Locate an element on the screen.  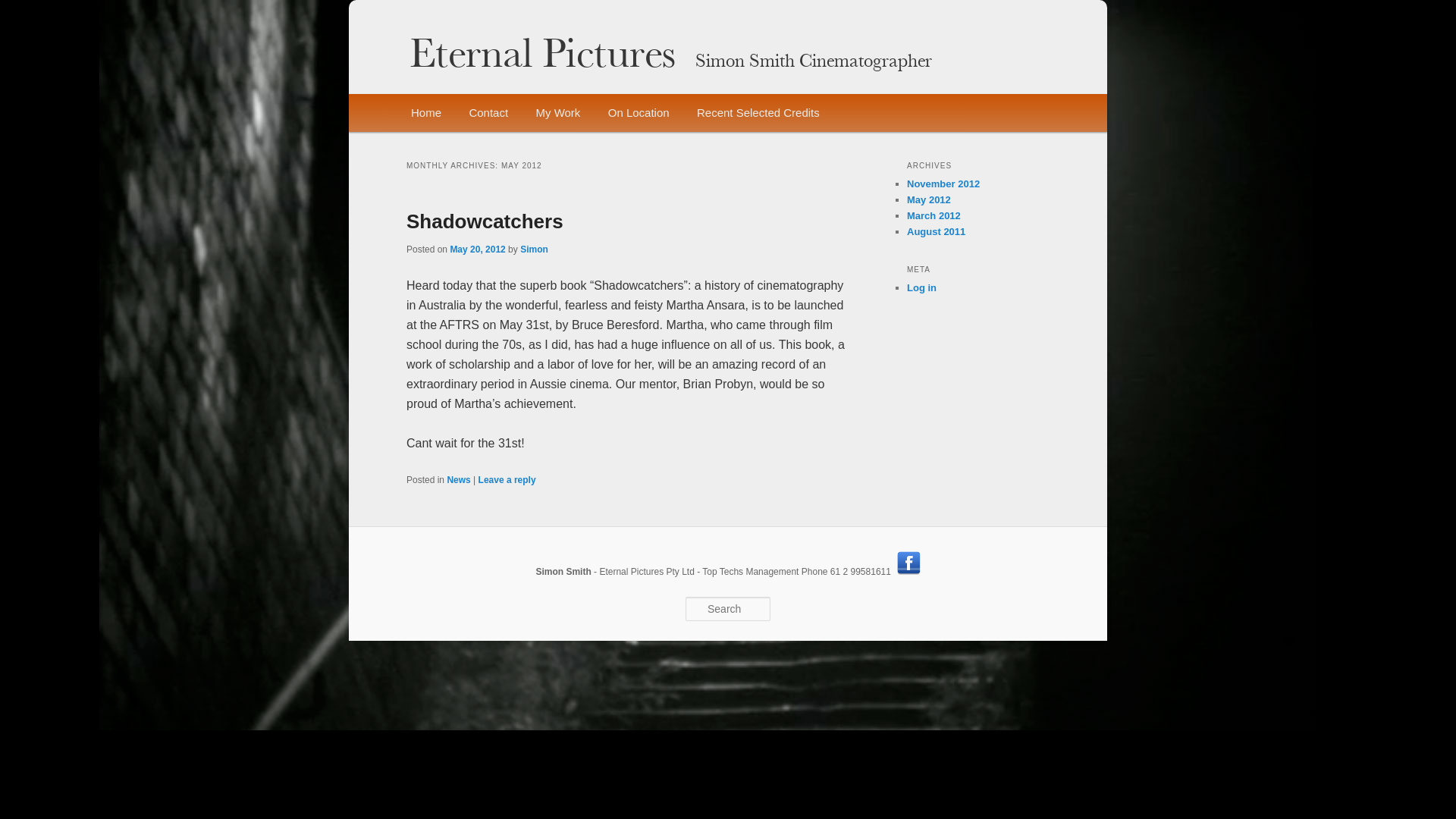
'Shadowcatchers' is located at coordinates (484, 221).